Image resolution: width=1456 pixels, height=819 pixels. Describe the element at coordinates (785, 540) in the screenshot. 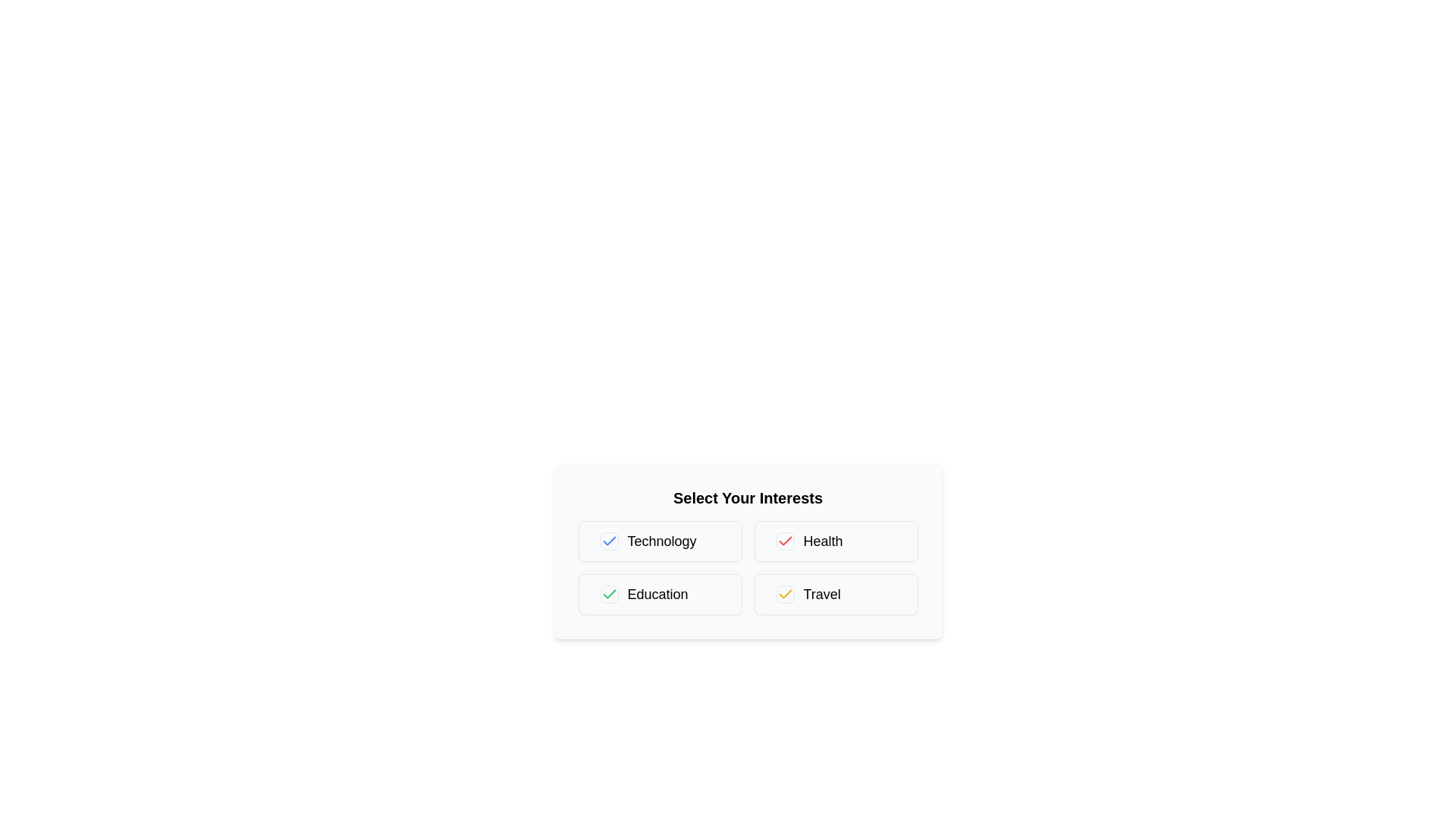

I see `the checkbox for 'Health' to toggle its selection` at that location.